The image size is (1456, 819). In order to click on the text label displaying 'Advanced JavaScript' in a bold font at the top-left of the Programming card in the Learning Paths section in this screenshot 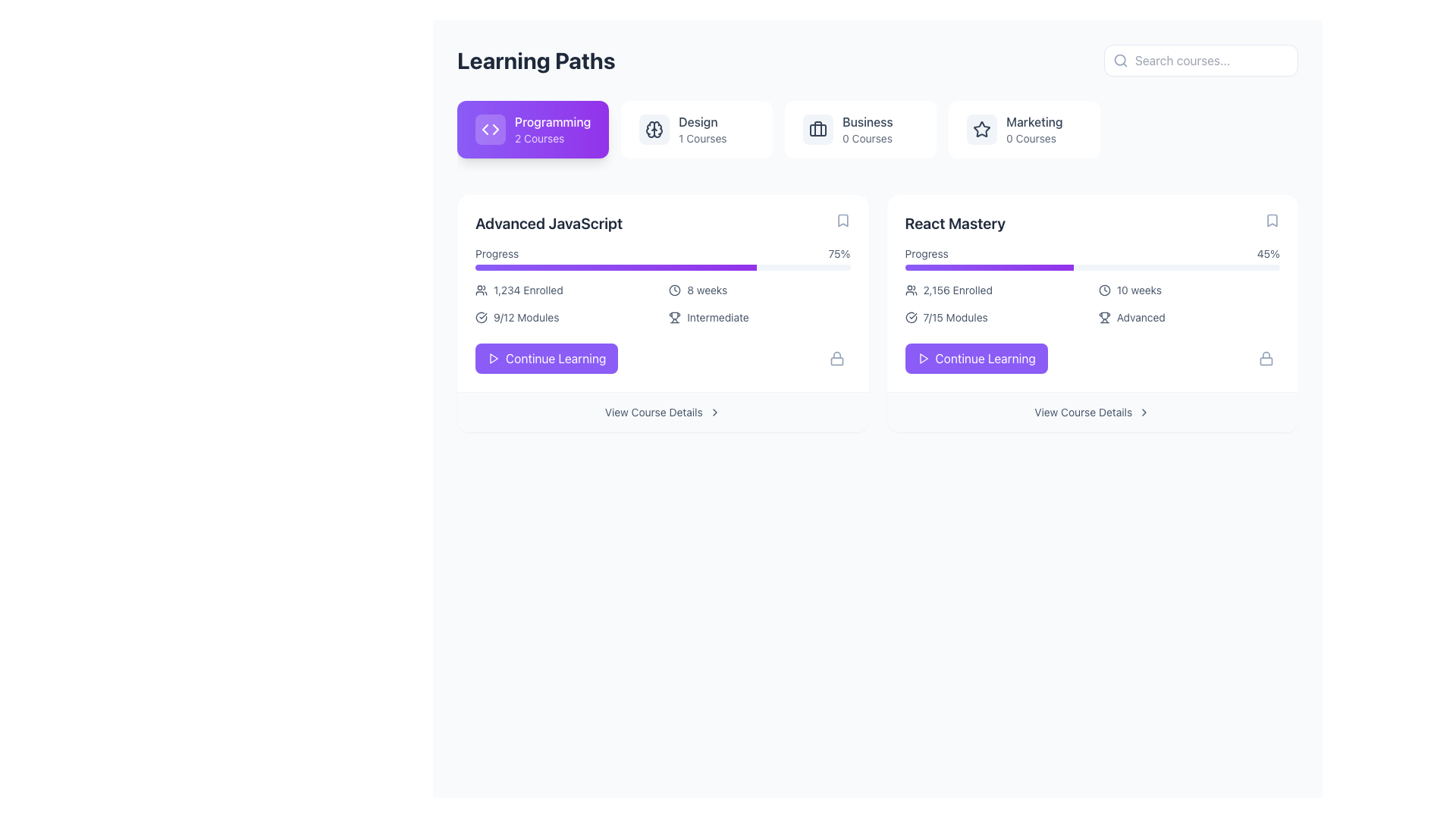, I will do `click(548, 223)`.